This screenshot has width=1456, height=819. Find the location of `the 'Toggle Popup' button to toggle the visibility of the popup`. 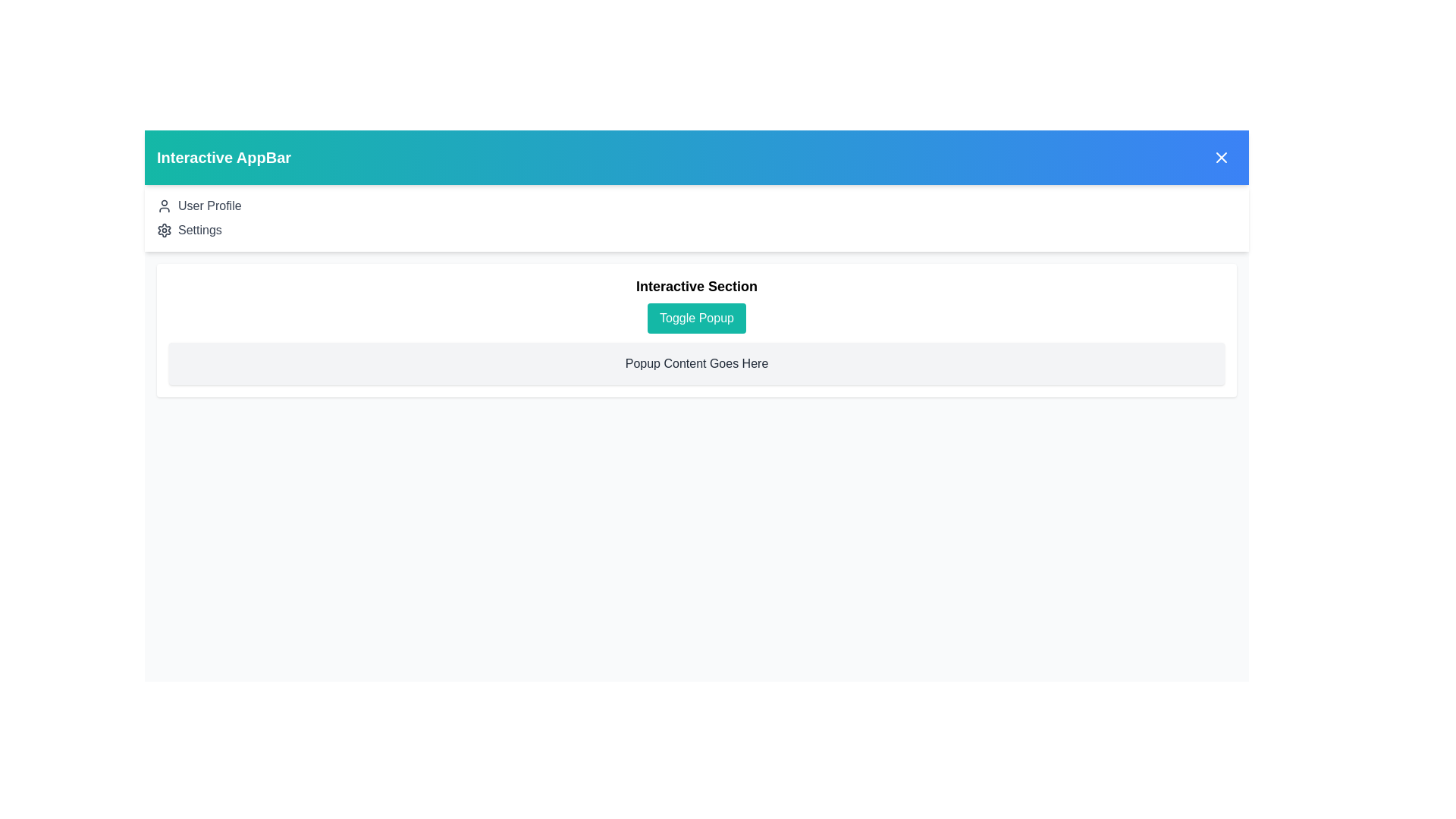

the 'Toggle Popup' button to toggle the visibility of the popup is located at coordinates (695, 318).